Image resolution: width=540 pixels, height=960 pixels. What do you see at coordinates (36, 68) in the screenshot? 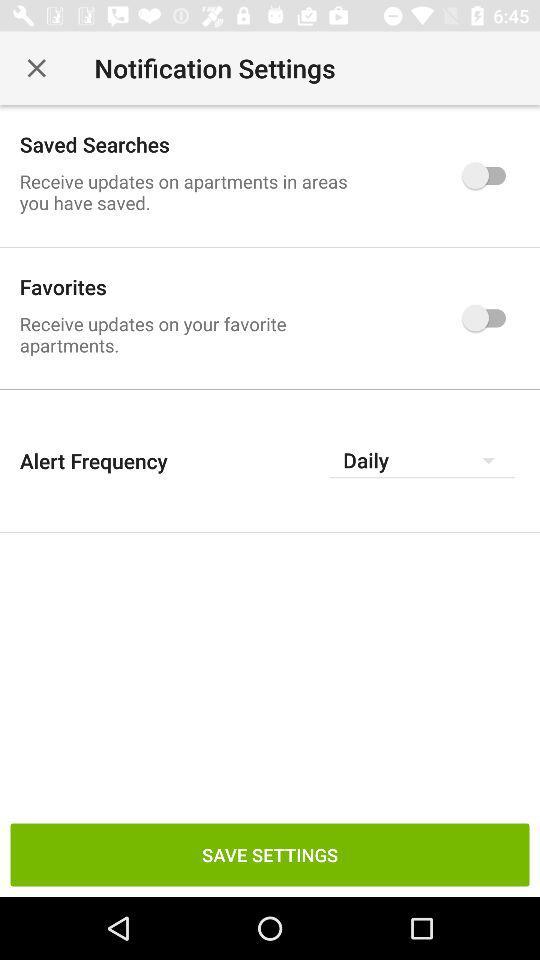
I see `the item next to notification settings item` at bounding box center [36, 68].